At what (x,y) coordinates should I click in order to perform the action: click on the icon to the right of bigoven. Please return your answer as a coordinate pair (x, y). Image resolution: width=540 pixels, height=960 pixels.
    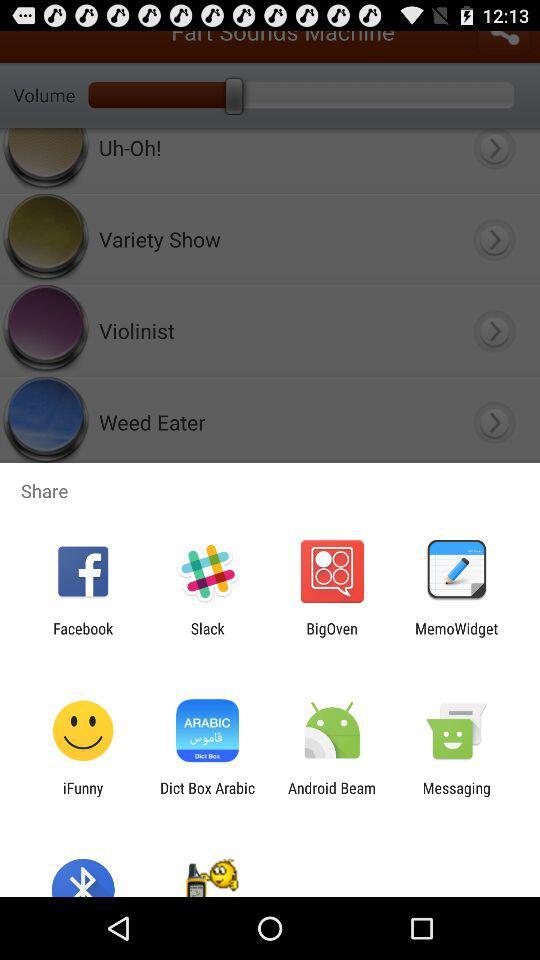
    Looking at the image, I should click on (456, 636).